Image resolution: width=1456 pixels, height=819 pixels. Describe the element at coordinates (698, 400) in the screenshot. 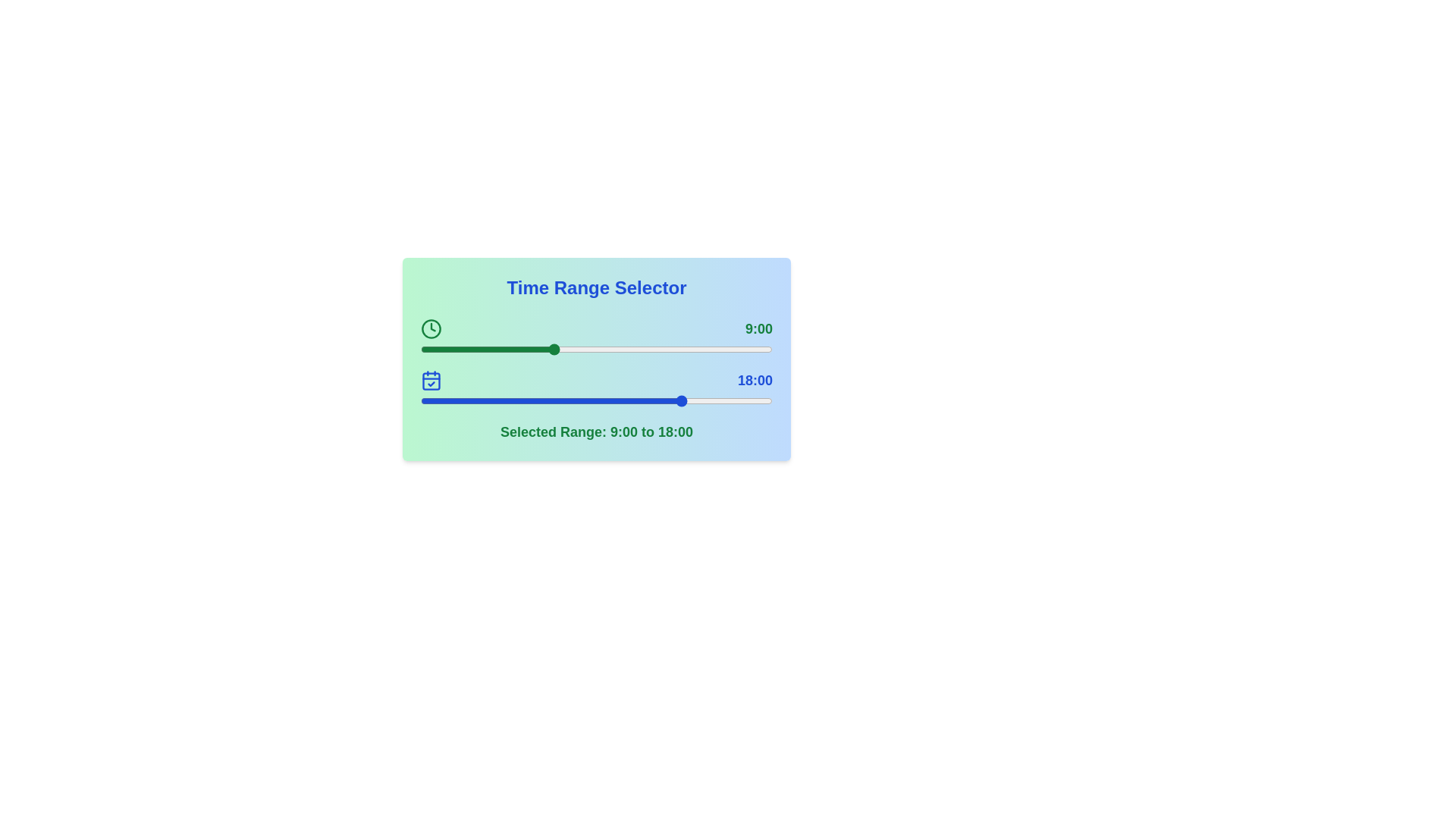

I see `the time` at that location.